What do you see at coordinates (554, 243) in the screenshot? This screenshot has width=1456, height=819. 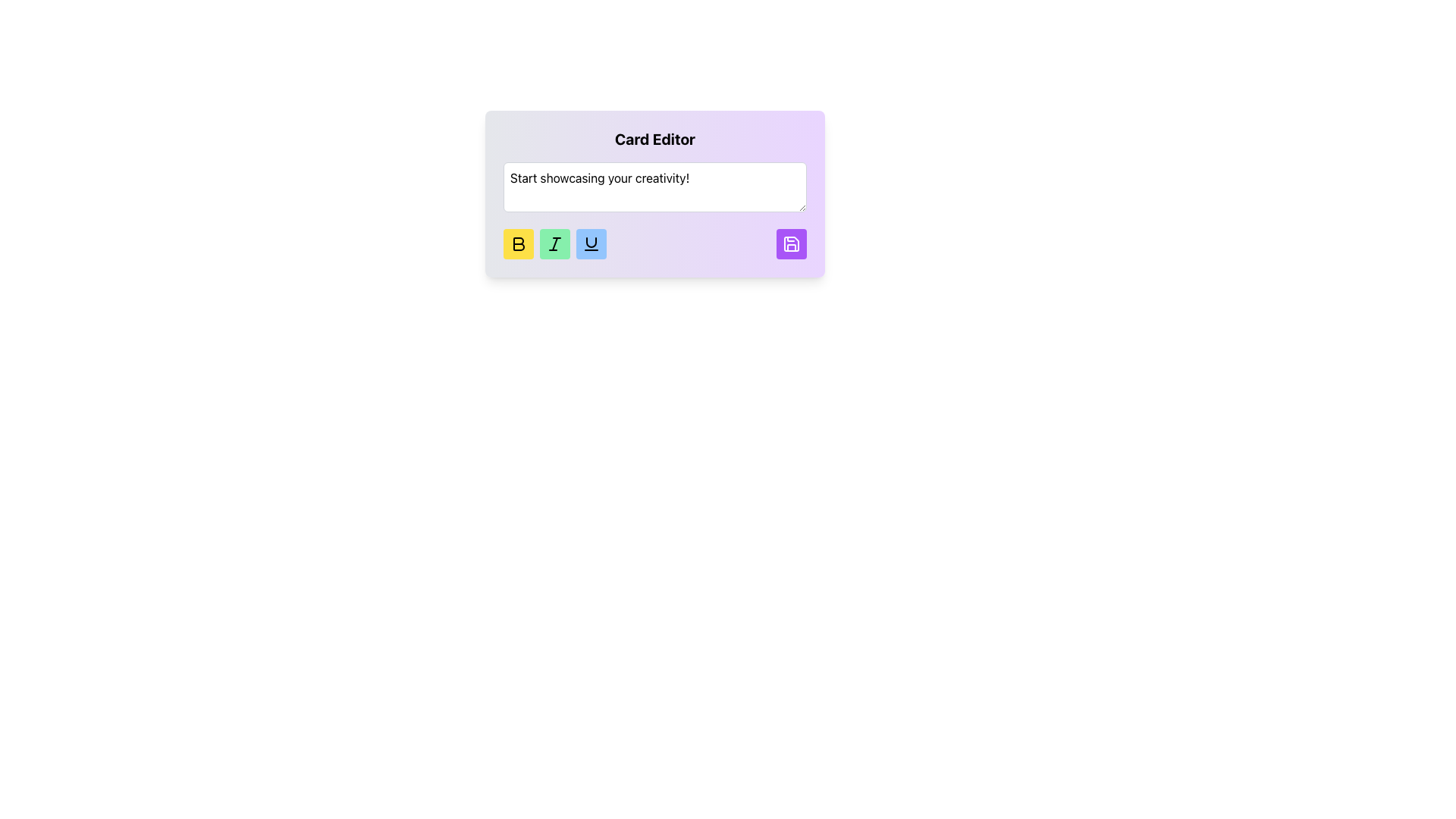 I see `the decorative stroke of the italic icon located in the second position of the toolbar options below the input field` at bounding box center [554, 243].